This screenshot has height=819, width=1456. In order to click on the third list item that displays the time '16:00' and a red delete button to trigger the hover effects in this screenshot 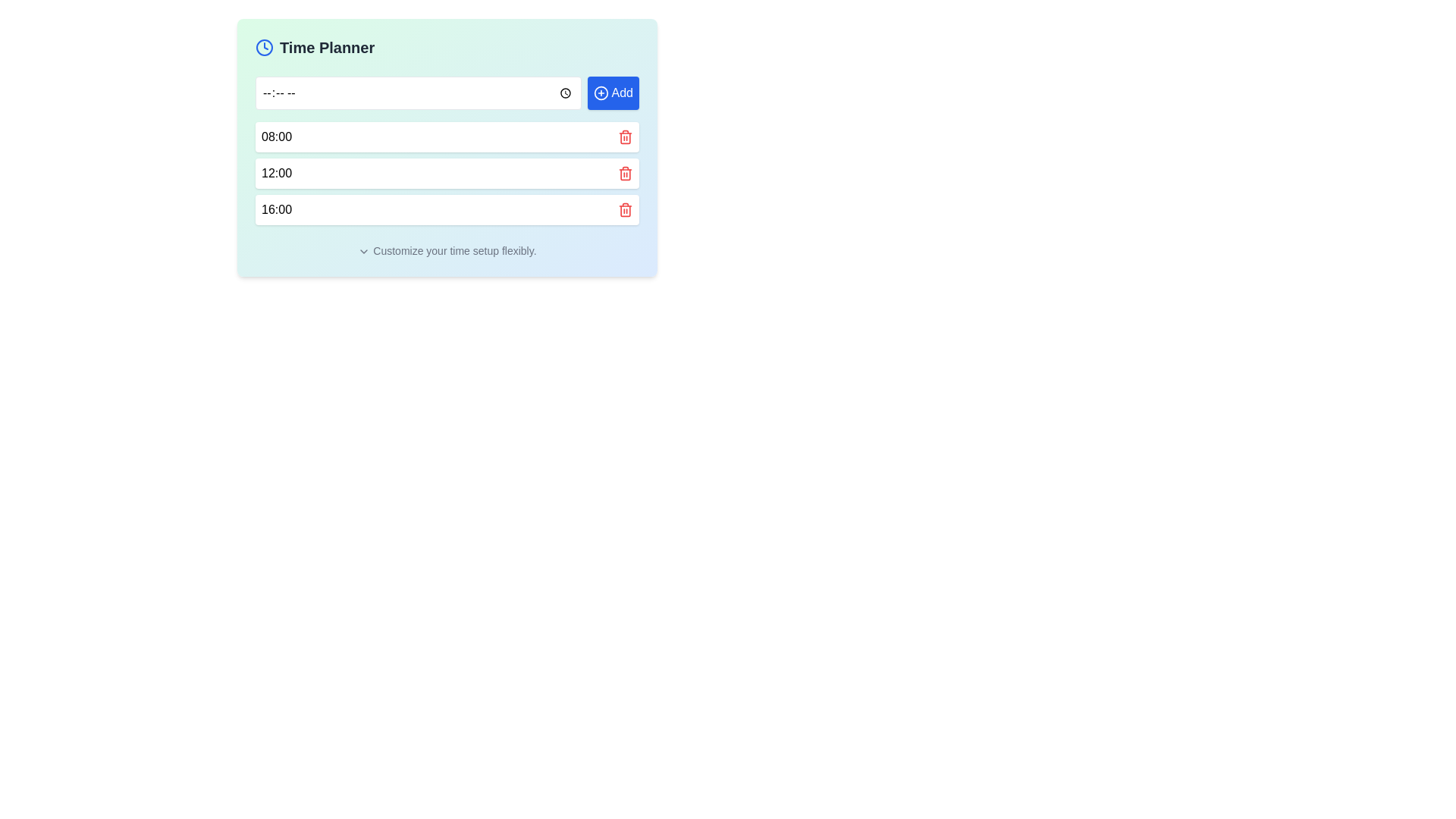, I will do `click(447, 210)`.